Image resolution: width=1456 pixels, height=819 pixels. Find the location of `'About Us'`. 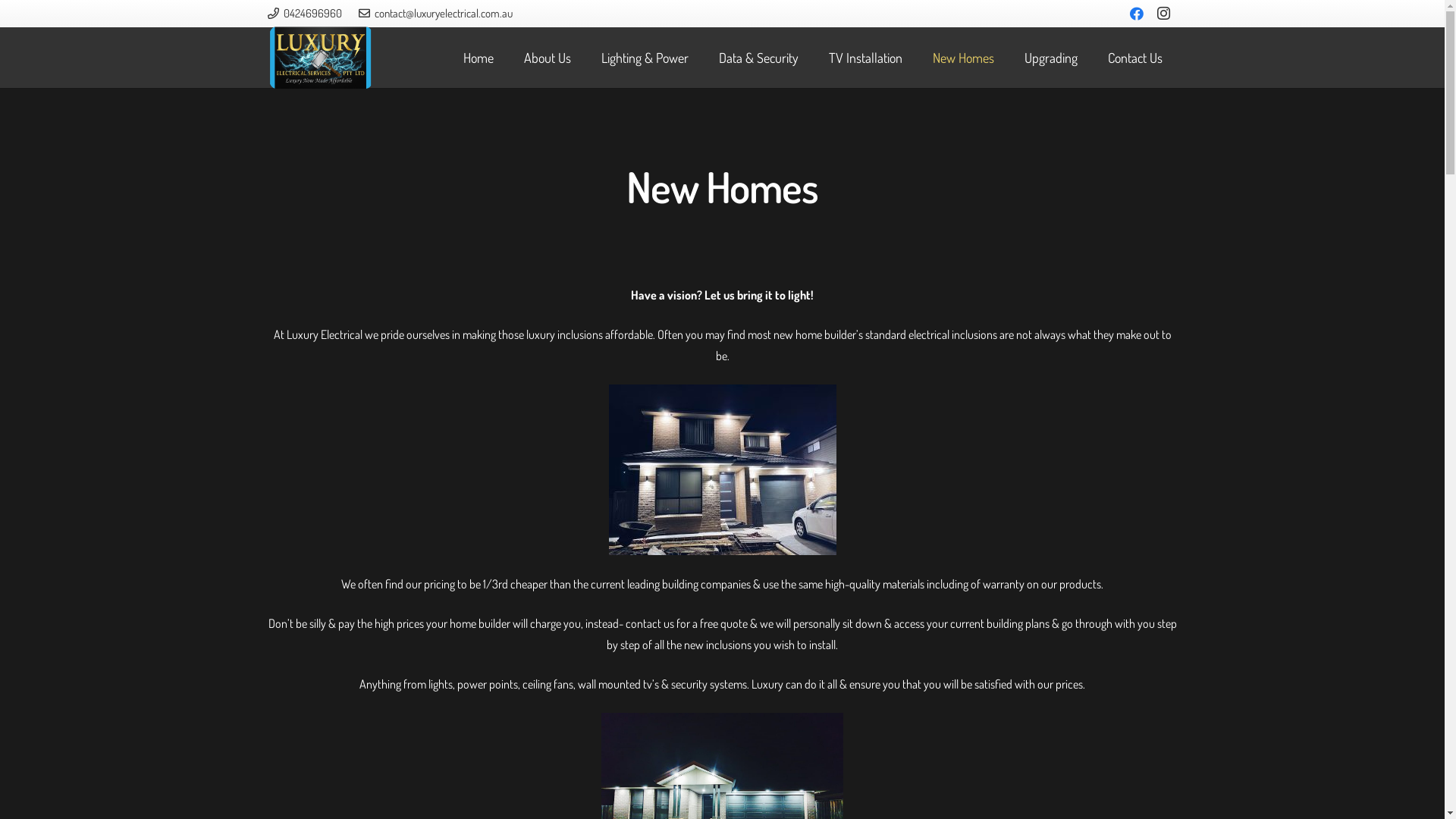

'About Us' is located at coordinates (509, 57).